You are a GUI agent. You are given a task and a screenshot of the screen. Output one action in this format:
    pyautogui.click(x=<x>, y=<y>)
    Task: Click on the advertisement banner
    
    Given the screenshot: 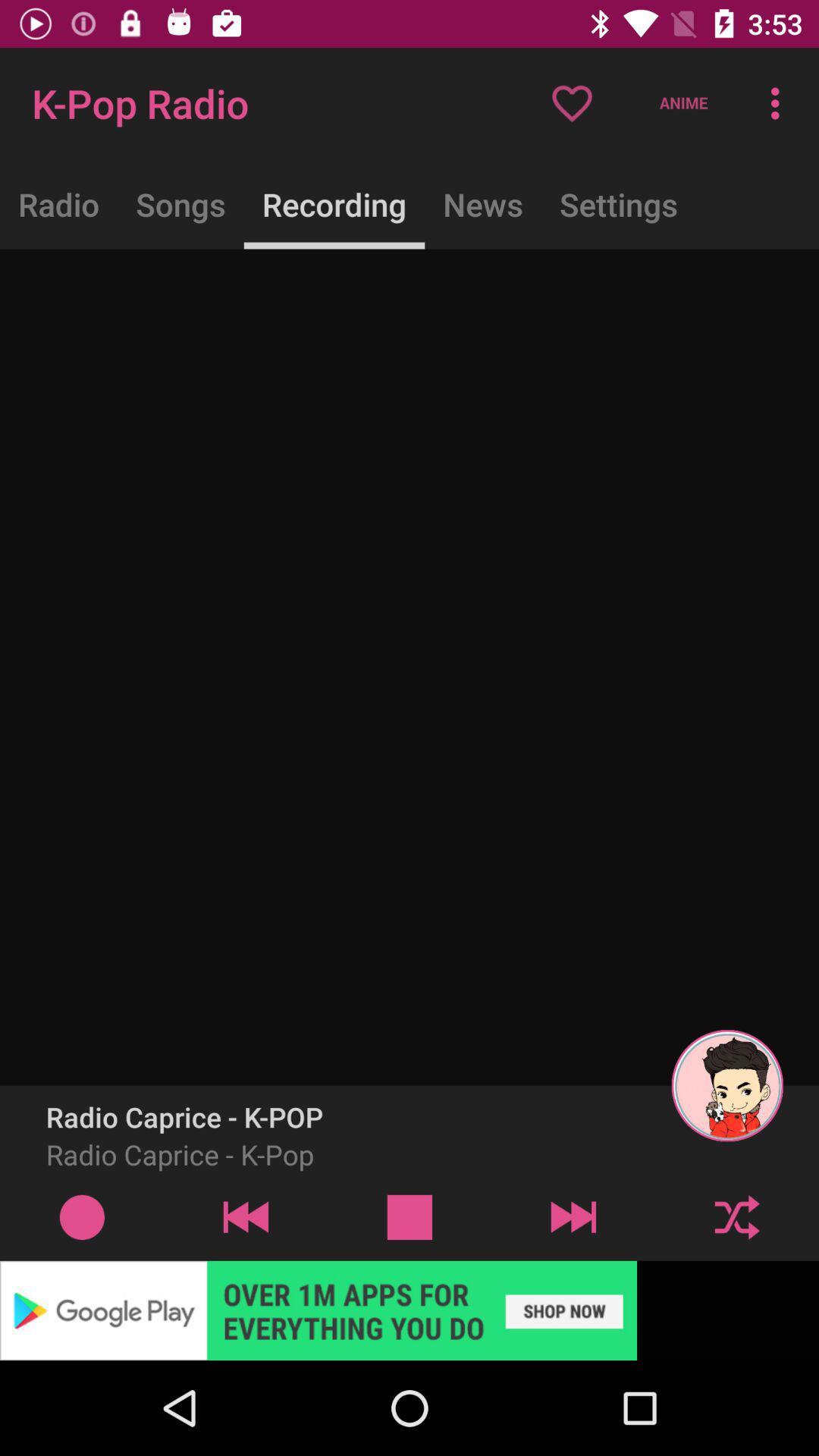 What is the action you would take?
    pyautogui.click(x=409, y=1310)
    